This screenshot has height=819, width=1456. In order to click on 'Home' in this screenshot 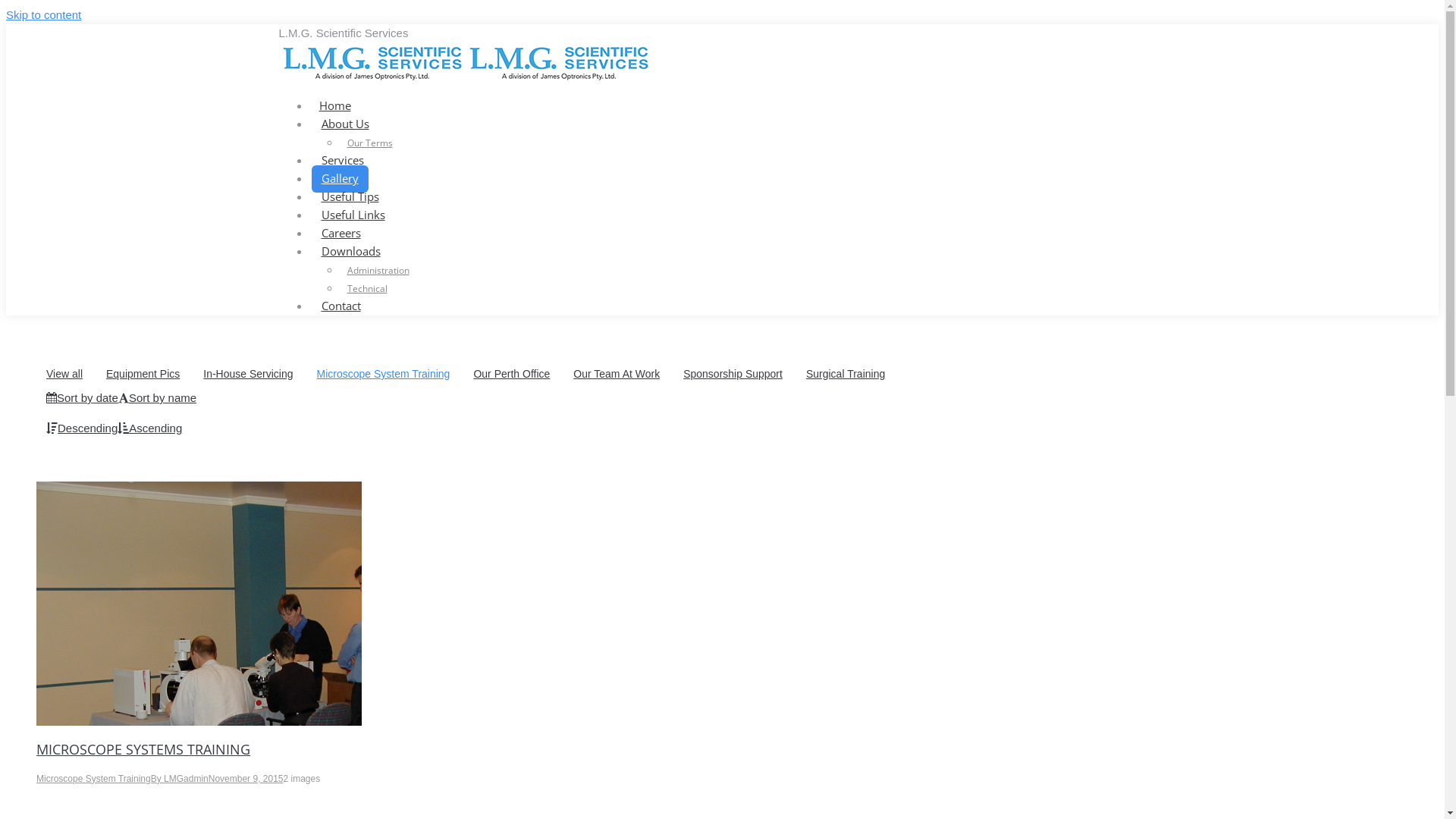, I will do `click(334, 105)`.